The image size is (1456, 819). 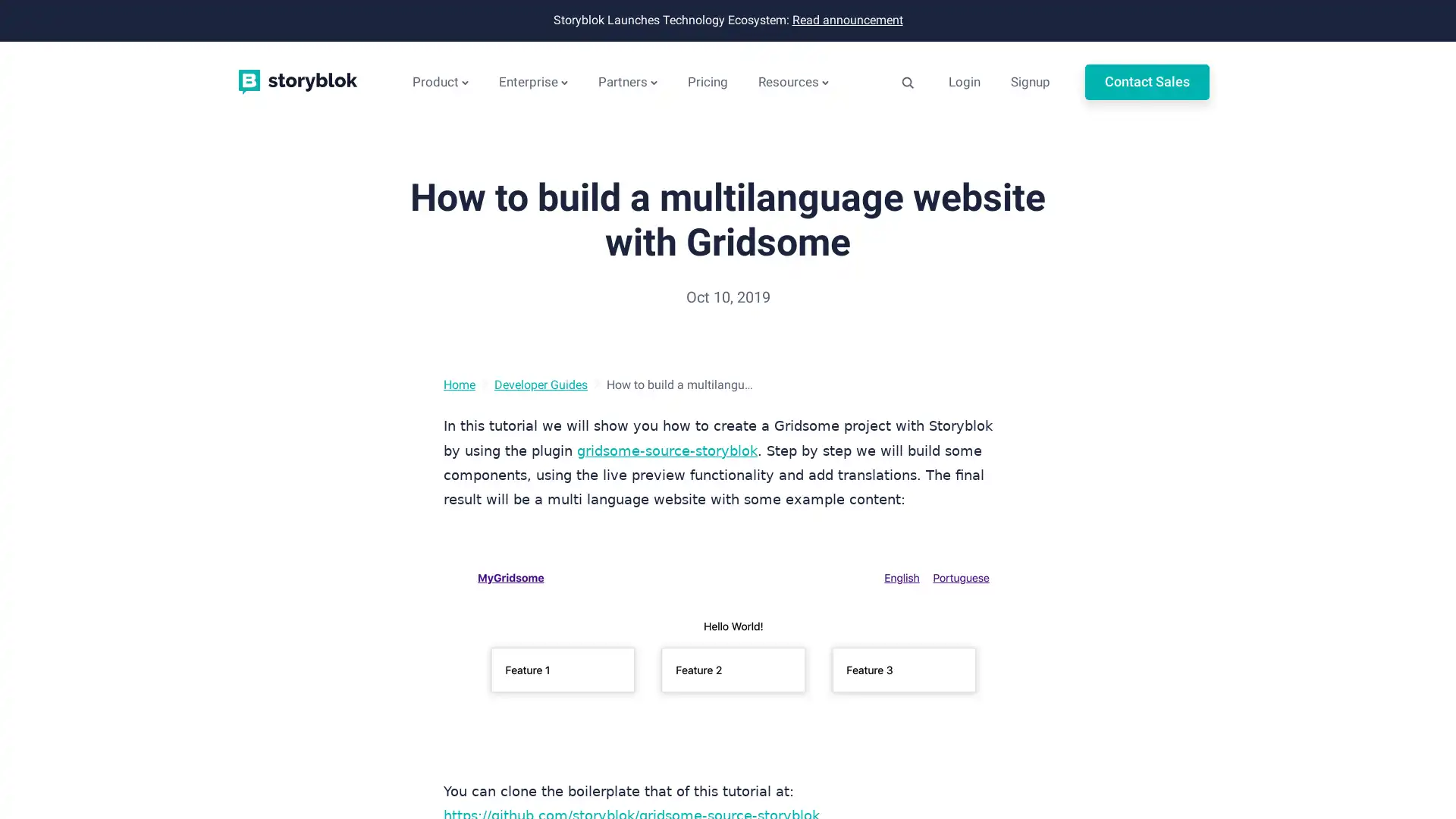 I want to click on Enterprise, so click(x=533, y=82).